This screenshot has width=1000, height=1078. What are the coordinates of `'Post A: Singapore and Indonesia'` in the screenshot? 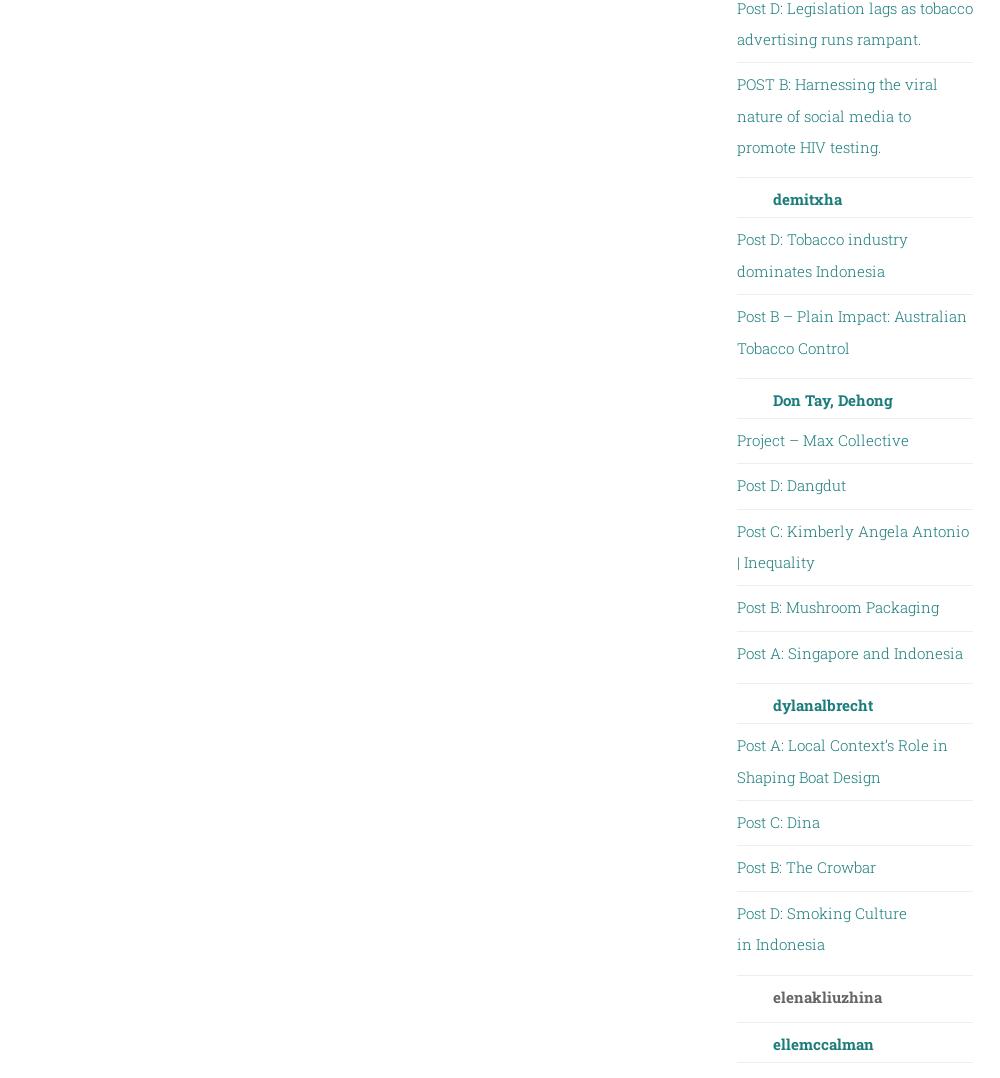 It's located at (848, 650).